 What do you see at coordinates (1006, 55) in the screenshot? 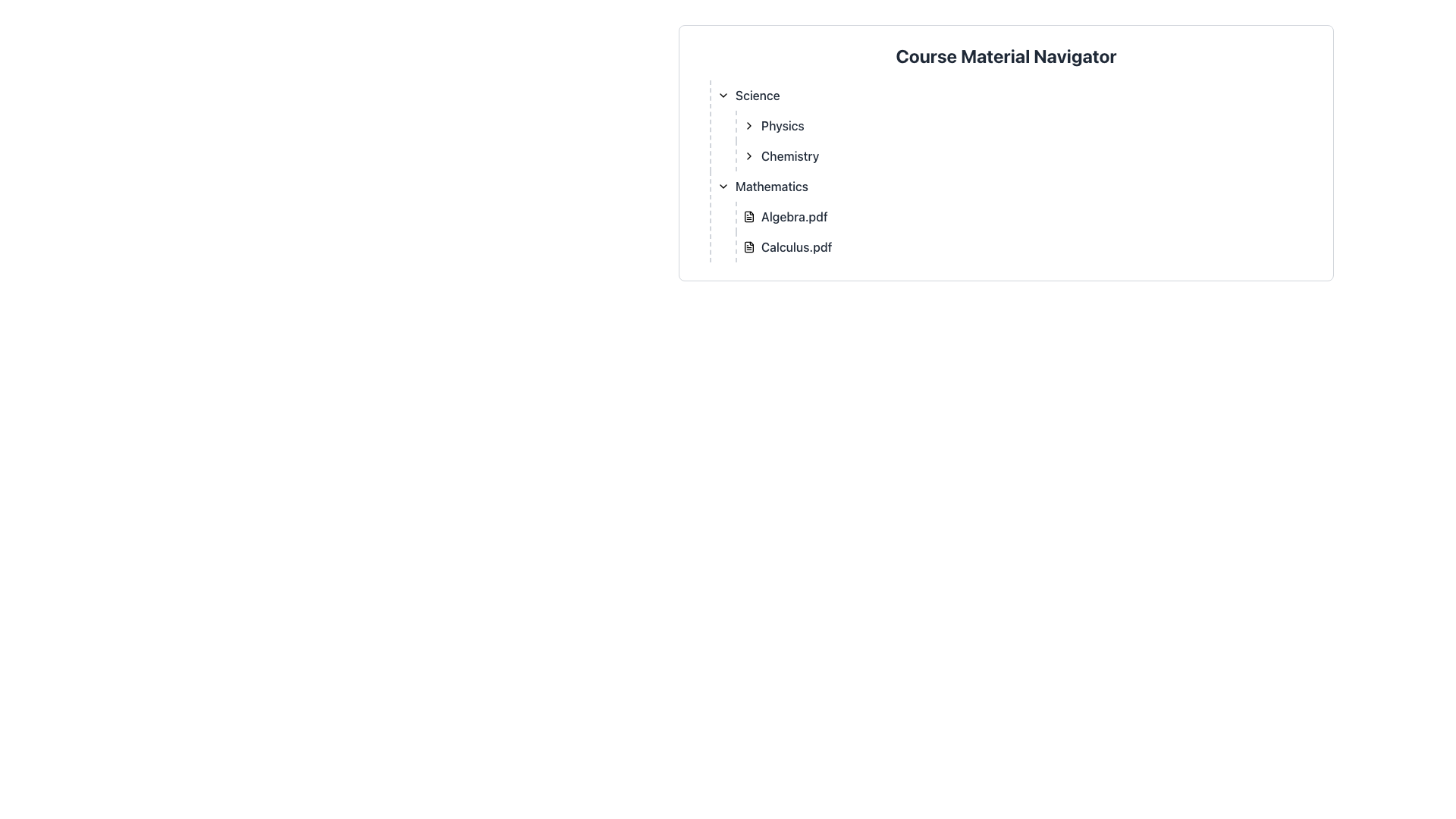
I see `text label titled 'Course Material Navigator', which is a bold, large-sized title styled in dark gray font, located at the top of the interface` at bounding box center [1006, 55].